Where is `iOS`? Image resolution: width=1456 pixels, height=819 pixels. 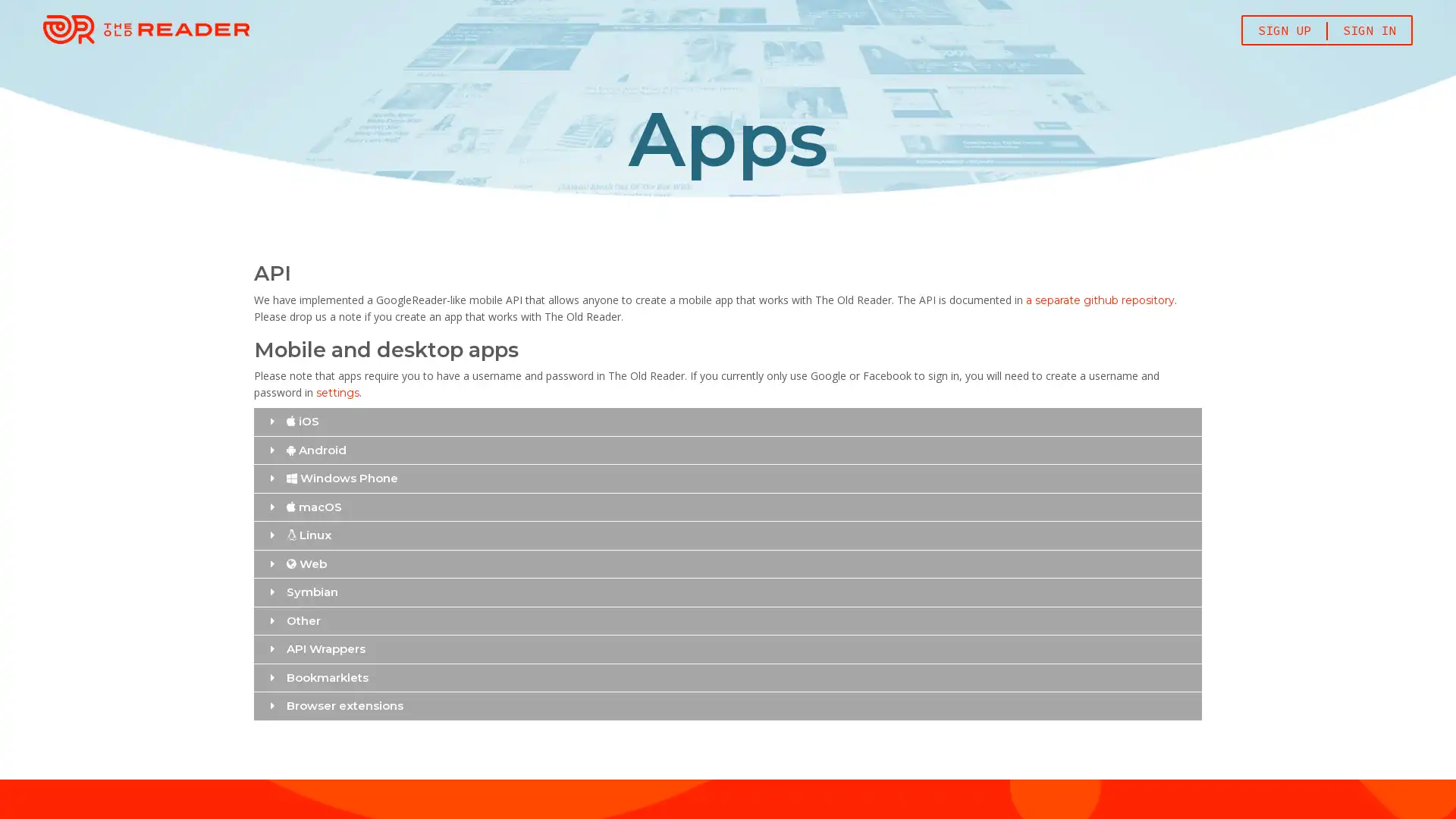 iOS is located at coordinates (726, 421).